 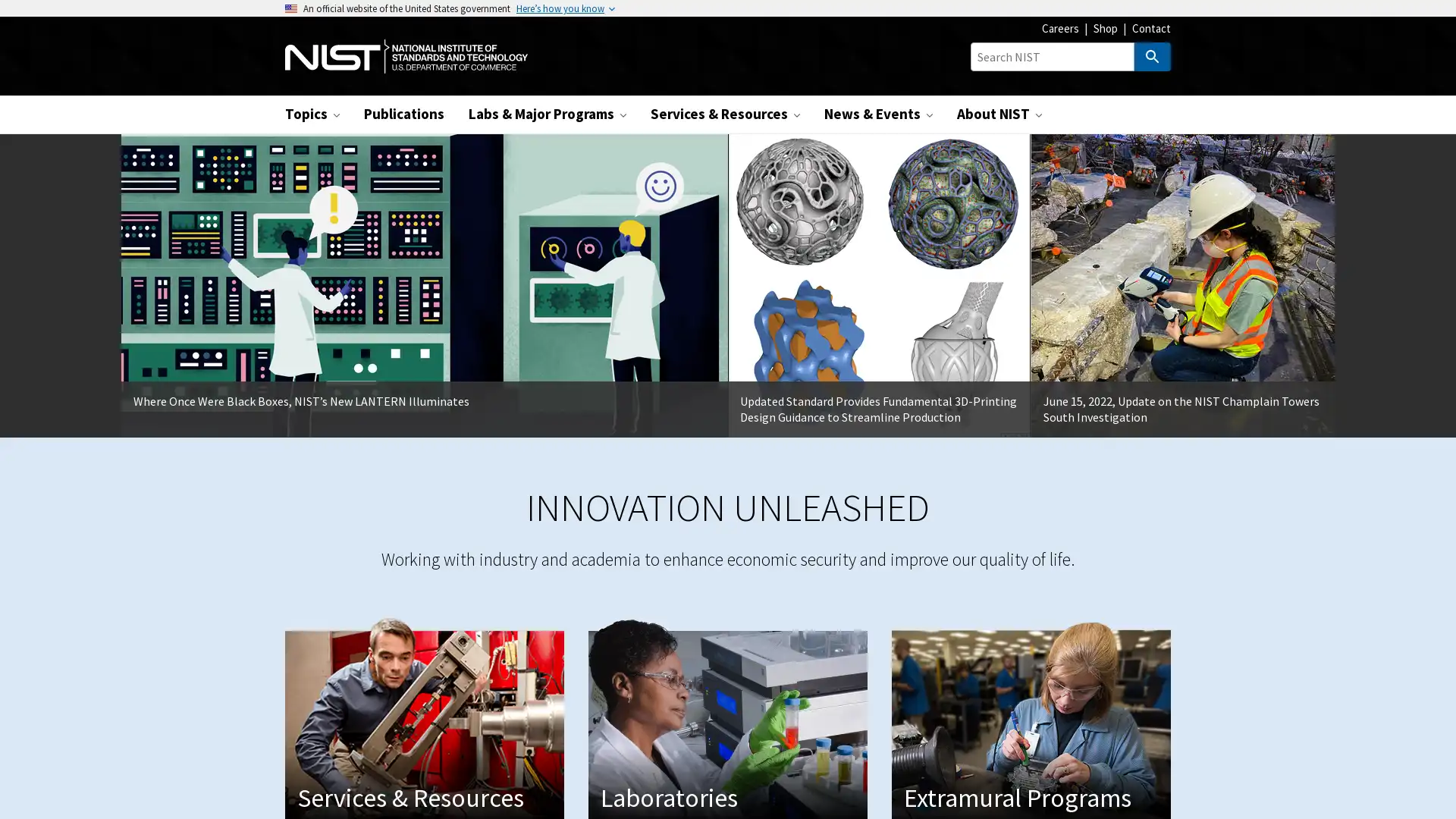 What do you see at coordinates (724, 113) in the screenshot?
I see `Services & Resources` at bounding box center [724, 113].